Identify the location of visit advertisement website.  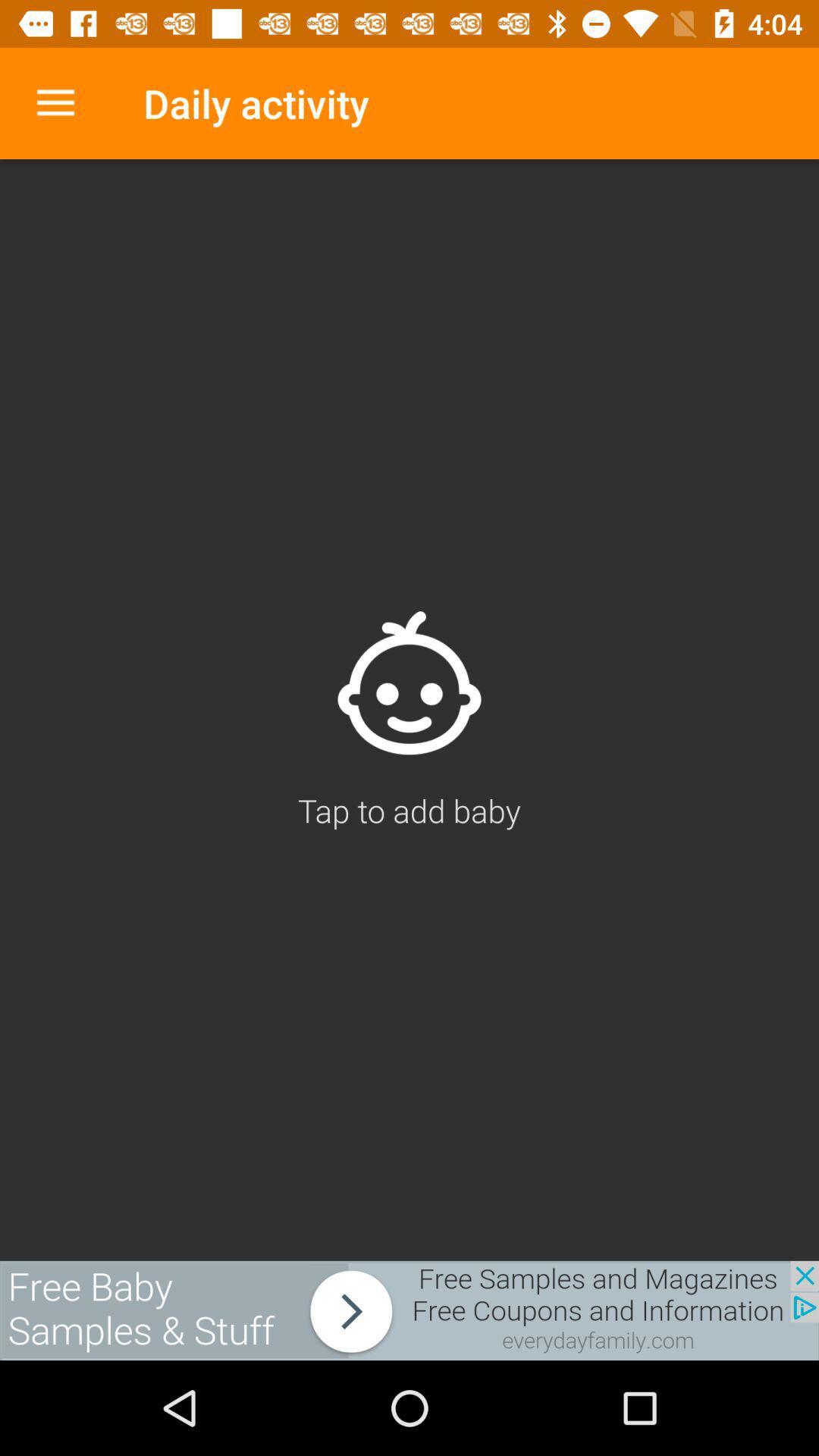
(409, 1310).